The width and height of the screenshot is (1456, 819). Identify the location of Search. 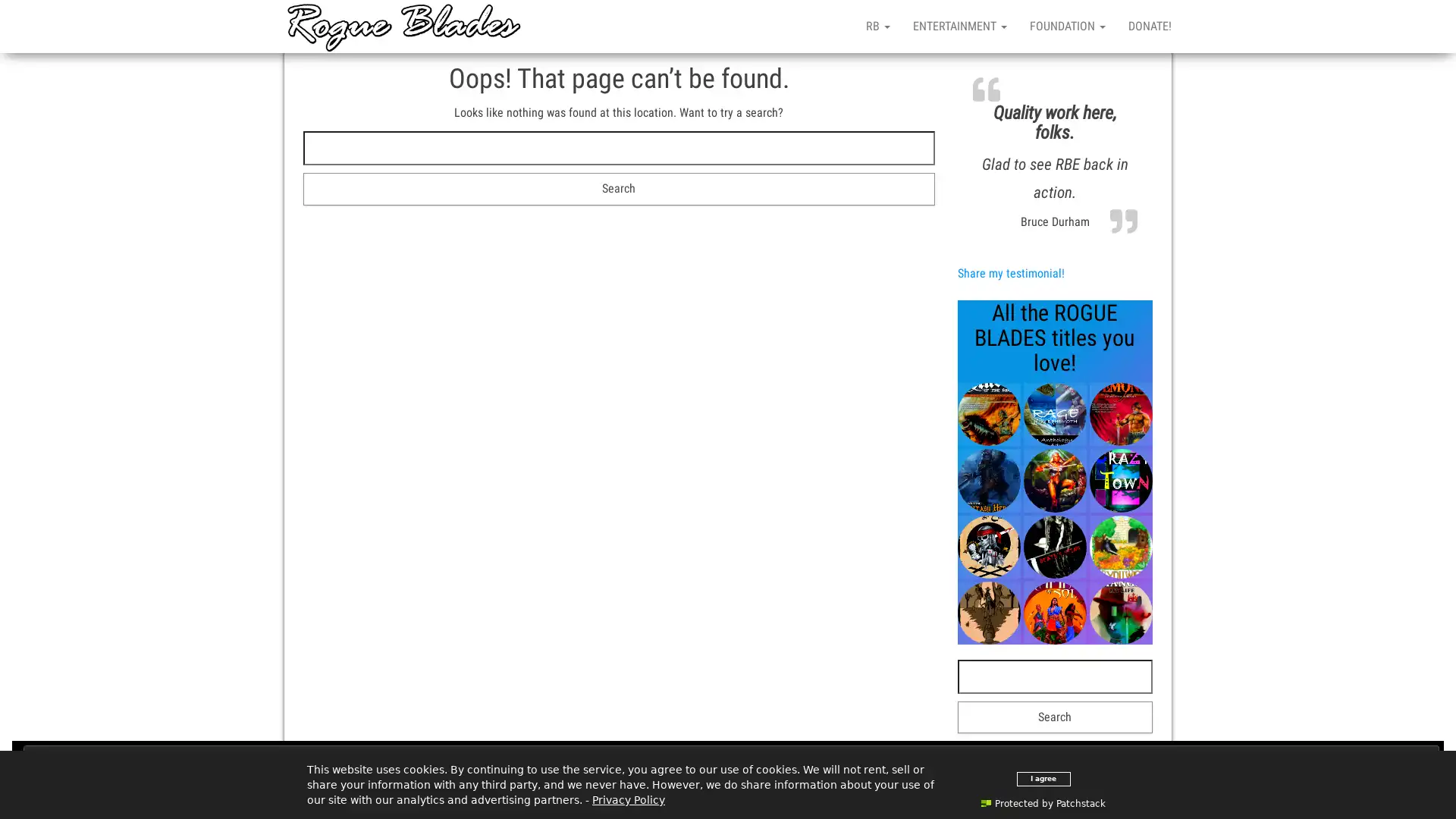
(619, 188).